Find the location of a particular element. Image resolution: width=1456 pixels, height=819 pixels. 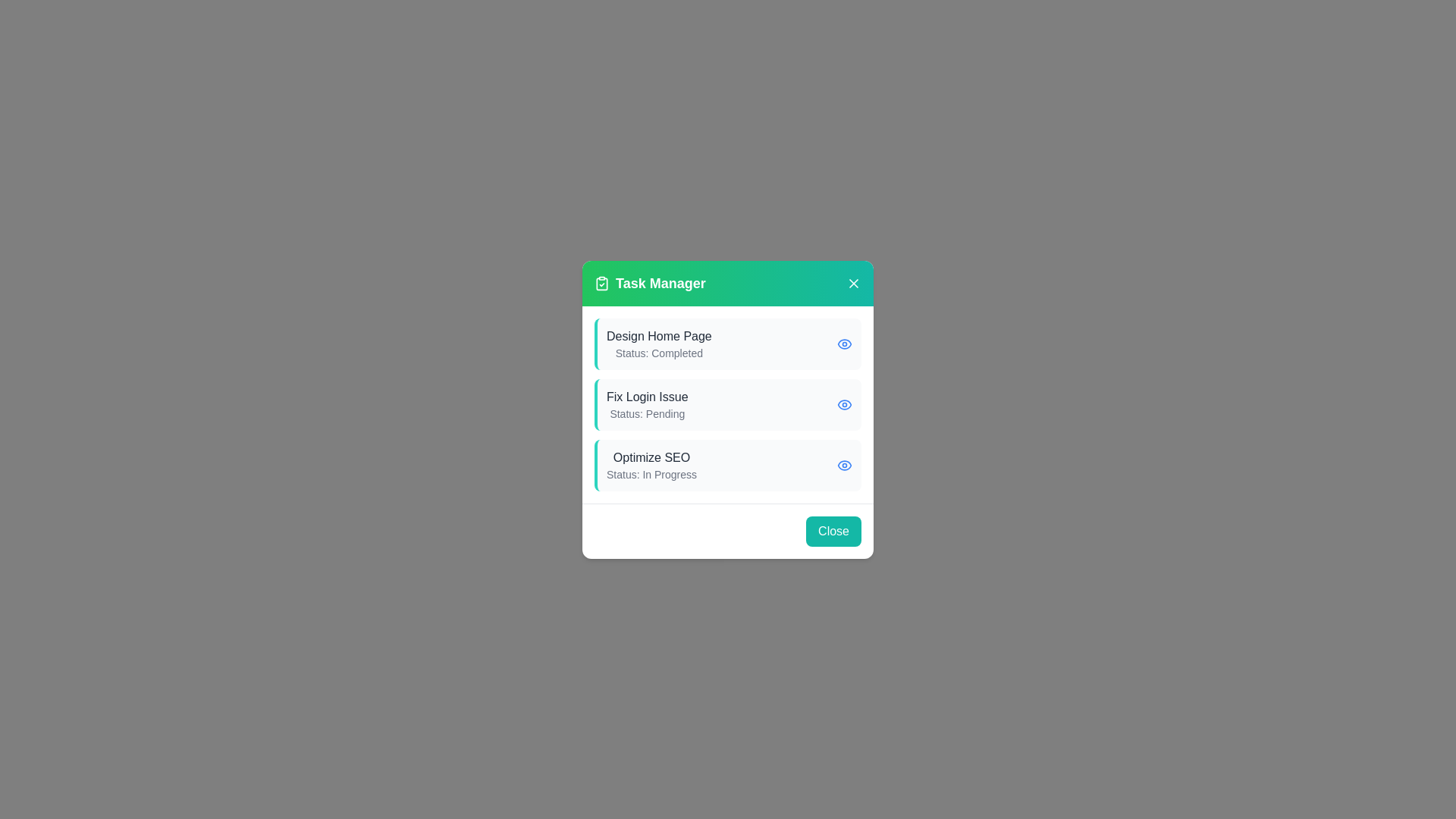

the task management icon located on the left side of the header bar next to the 'Task Manager' text is located at coordinates (601, 283).